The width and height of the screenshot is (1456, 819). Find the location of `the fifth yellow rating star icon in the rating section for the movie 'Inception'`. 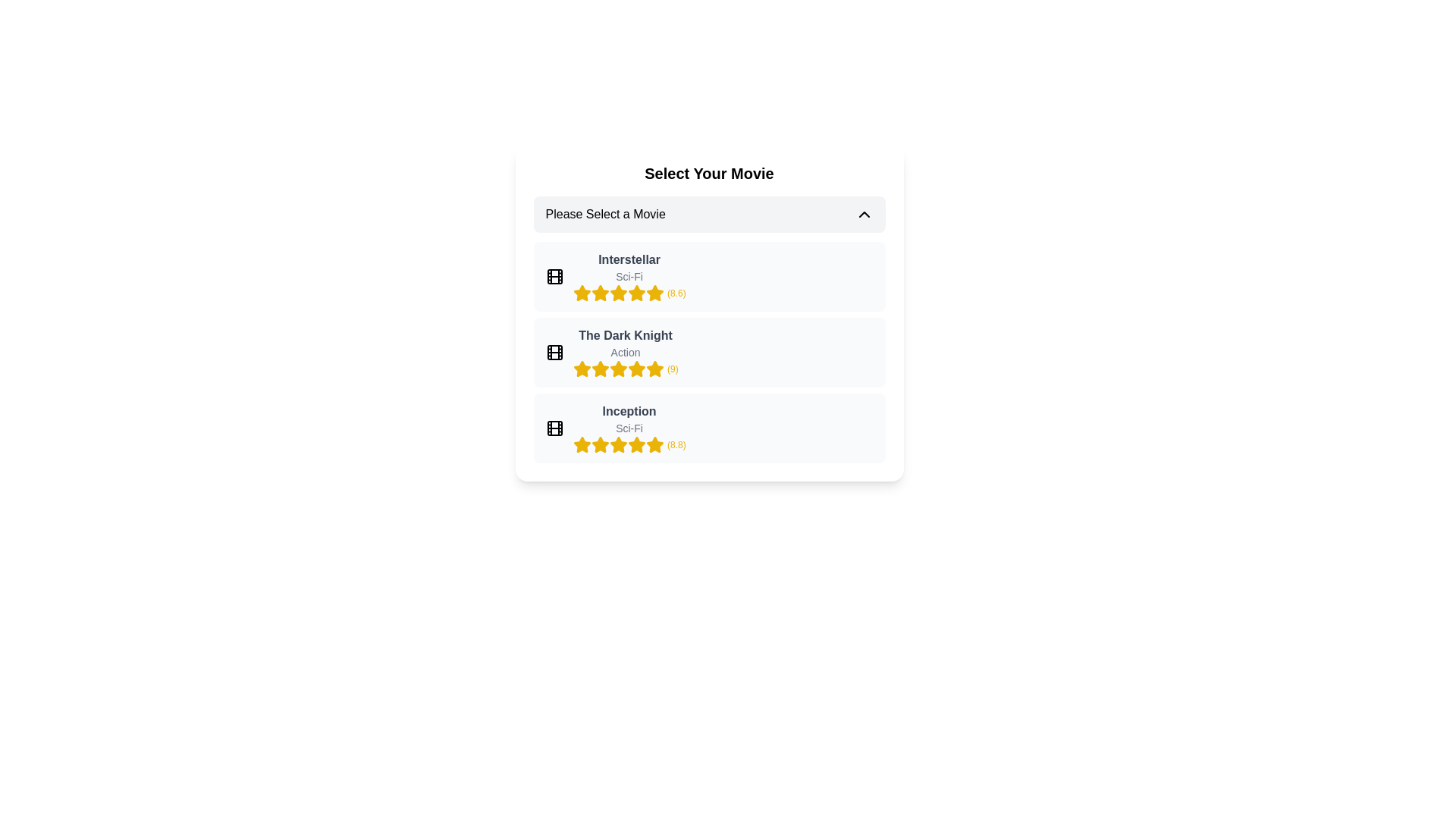

the fifth yellow rating star icon in the rating section for the movie 'Inception' is located at coordinates (654, 444).